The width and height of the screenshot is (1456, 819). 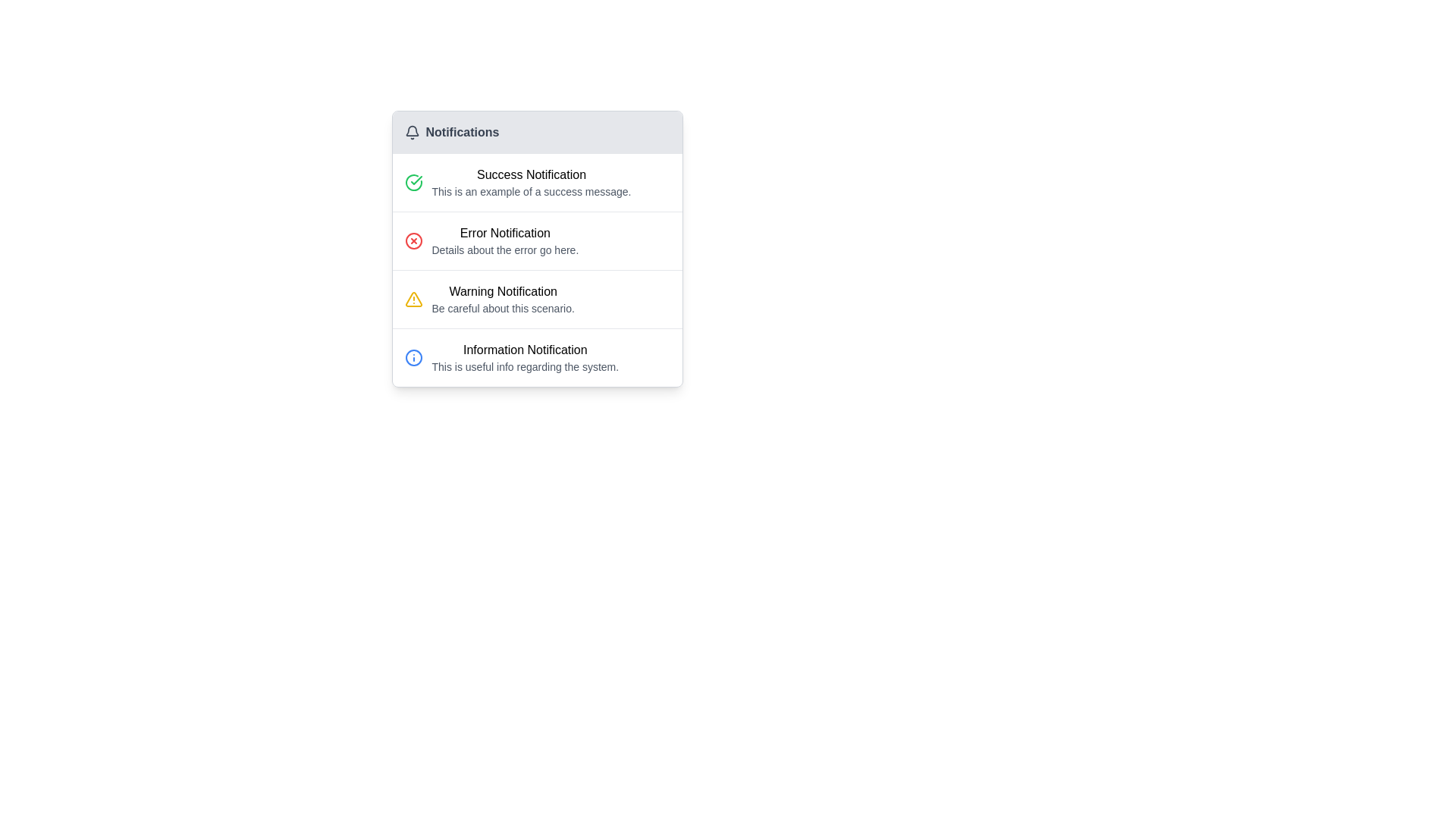 What do you see at coordinates (413, 357) in the screenshot?
I see `the information icon located in the lower section of the notifications panel, which signifies additional information related to the notification entry` at bounding box center [413, 357].